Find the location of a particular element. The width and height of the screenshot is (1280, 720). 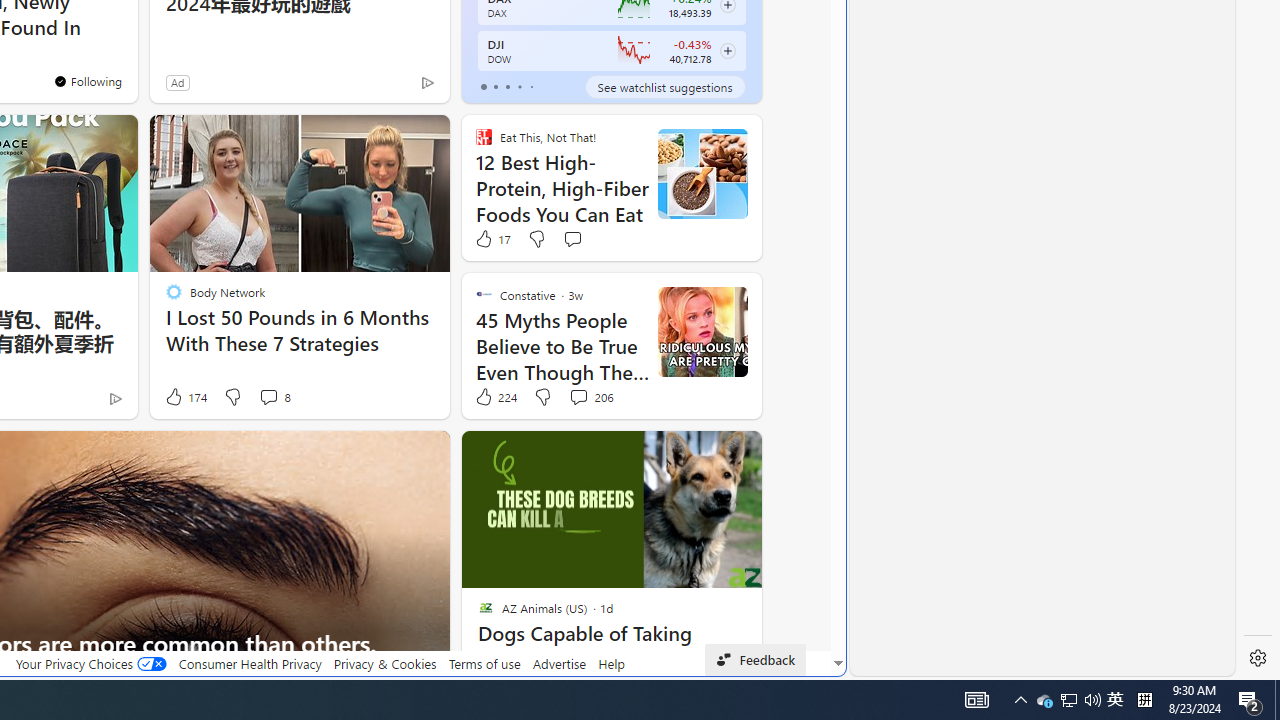

'Advertise' is located at coordinates (560, 663).